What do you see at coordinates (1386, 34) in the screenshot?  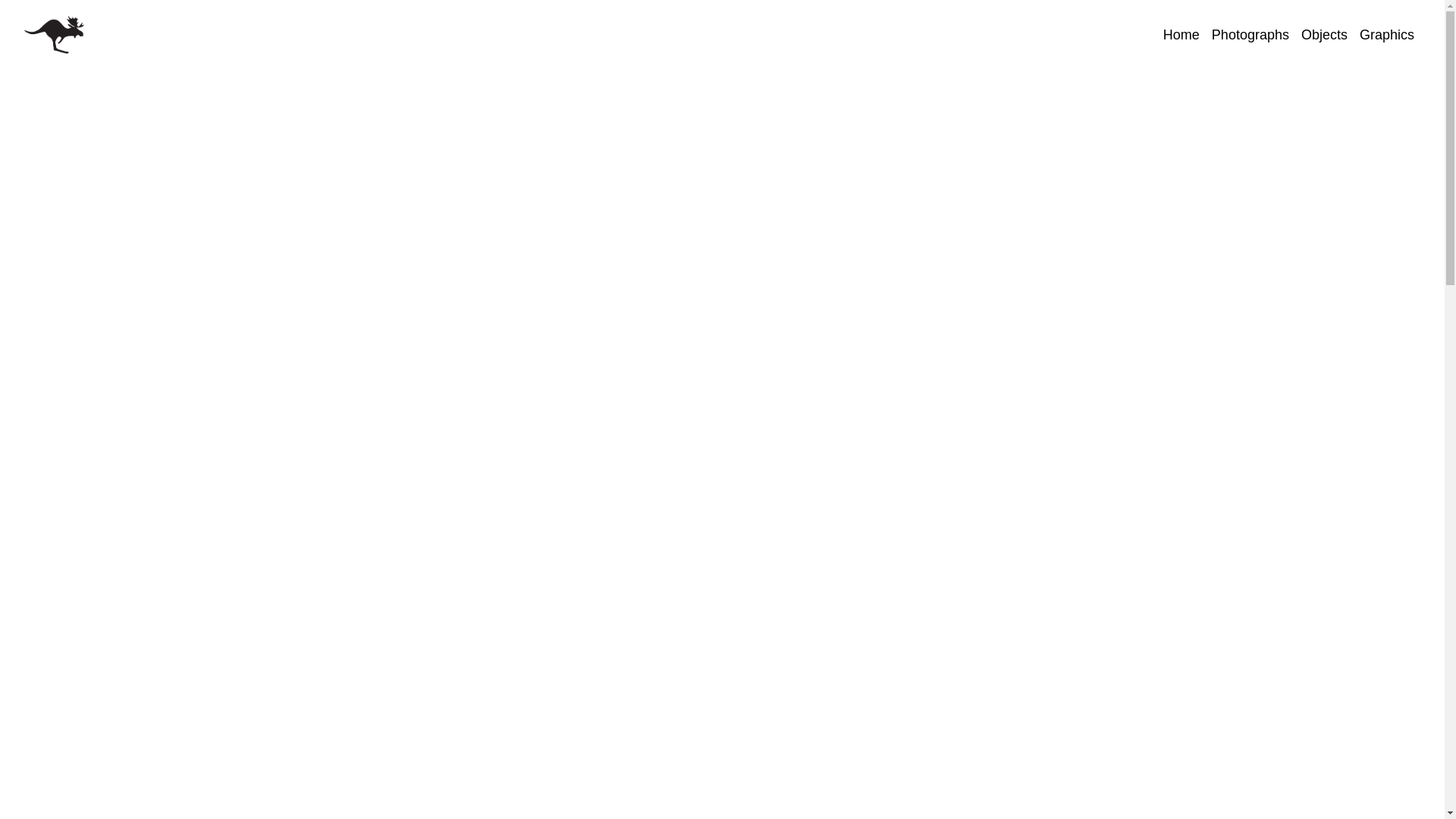 I see `'Graphics'` at bounding box center [1386, 34].